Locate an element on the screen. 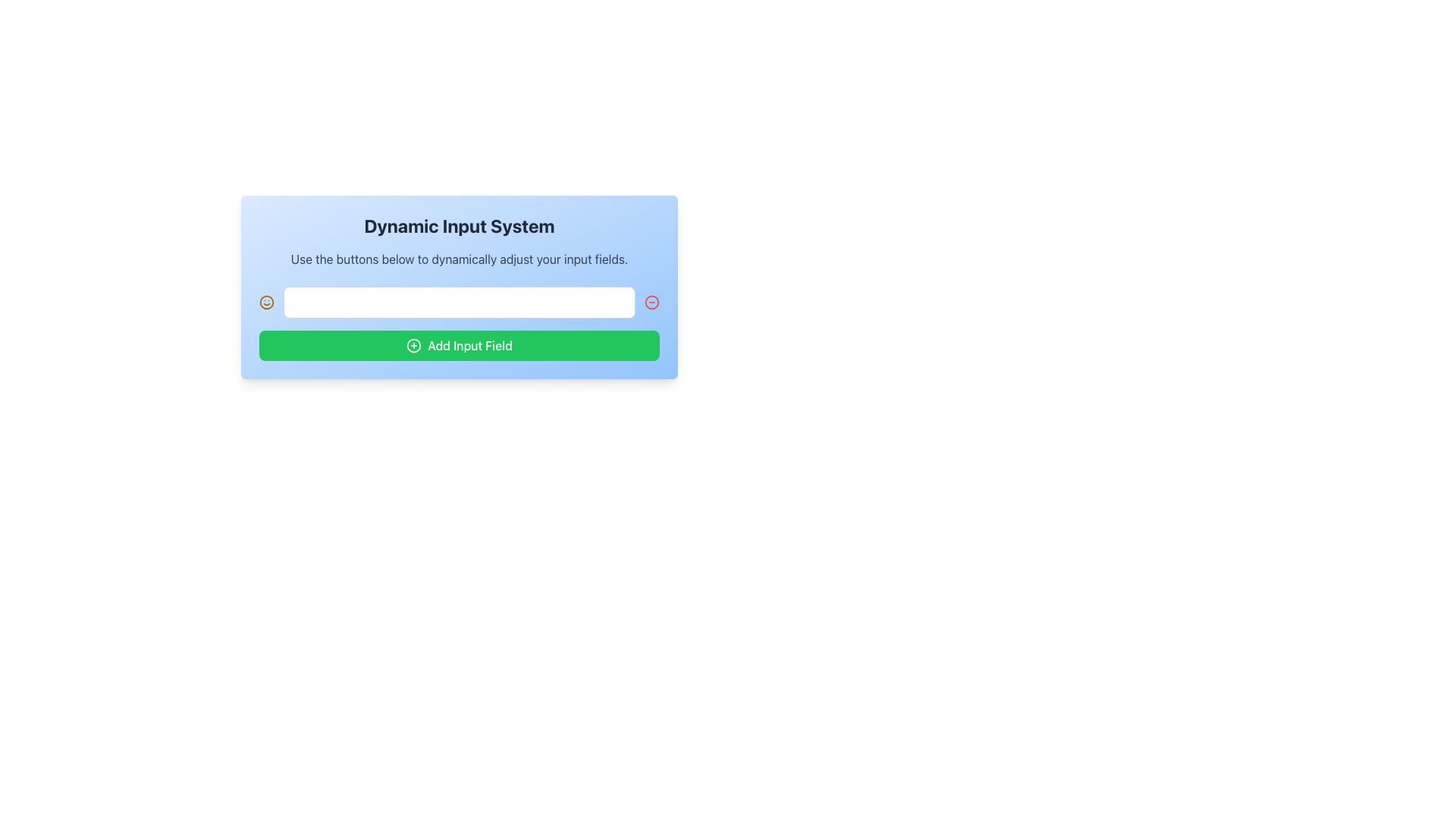  the 'remove field' button located immediately to the right of the text input field is located at coordinates (651, 302).